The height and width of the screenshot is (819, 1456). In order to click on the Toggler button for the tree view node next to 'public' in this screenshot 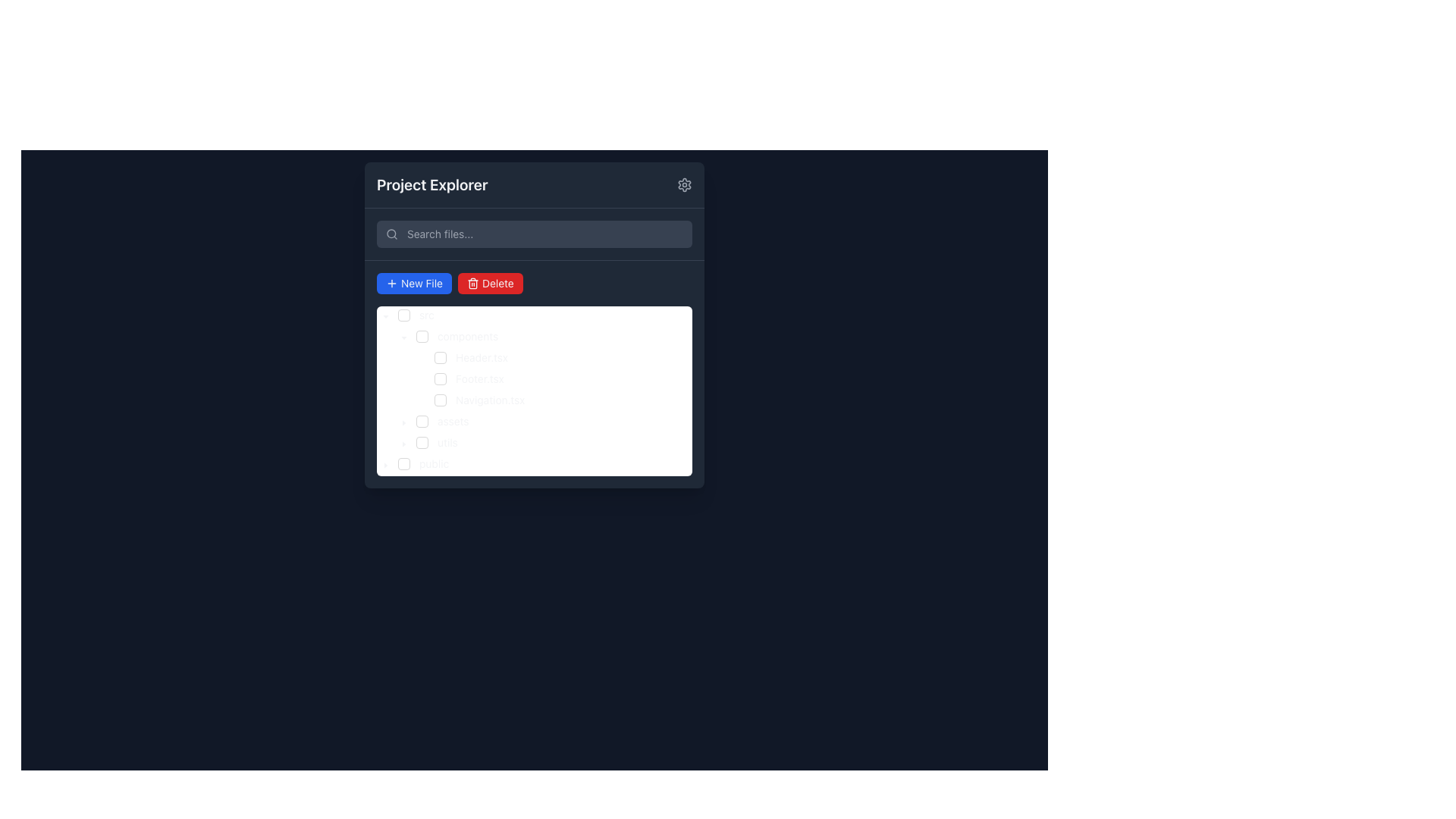, I will do `click(385, 463)`.